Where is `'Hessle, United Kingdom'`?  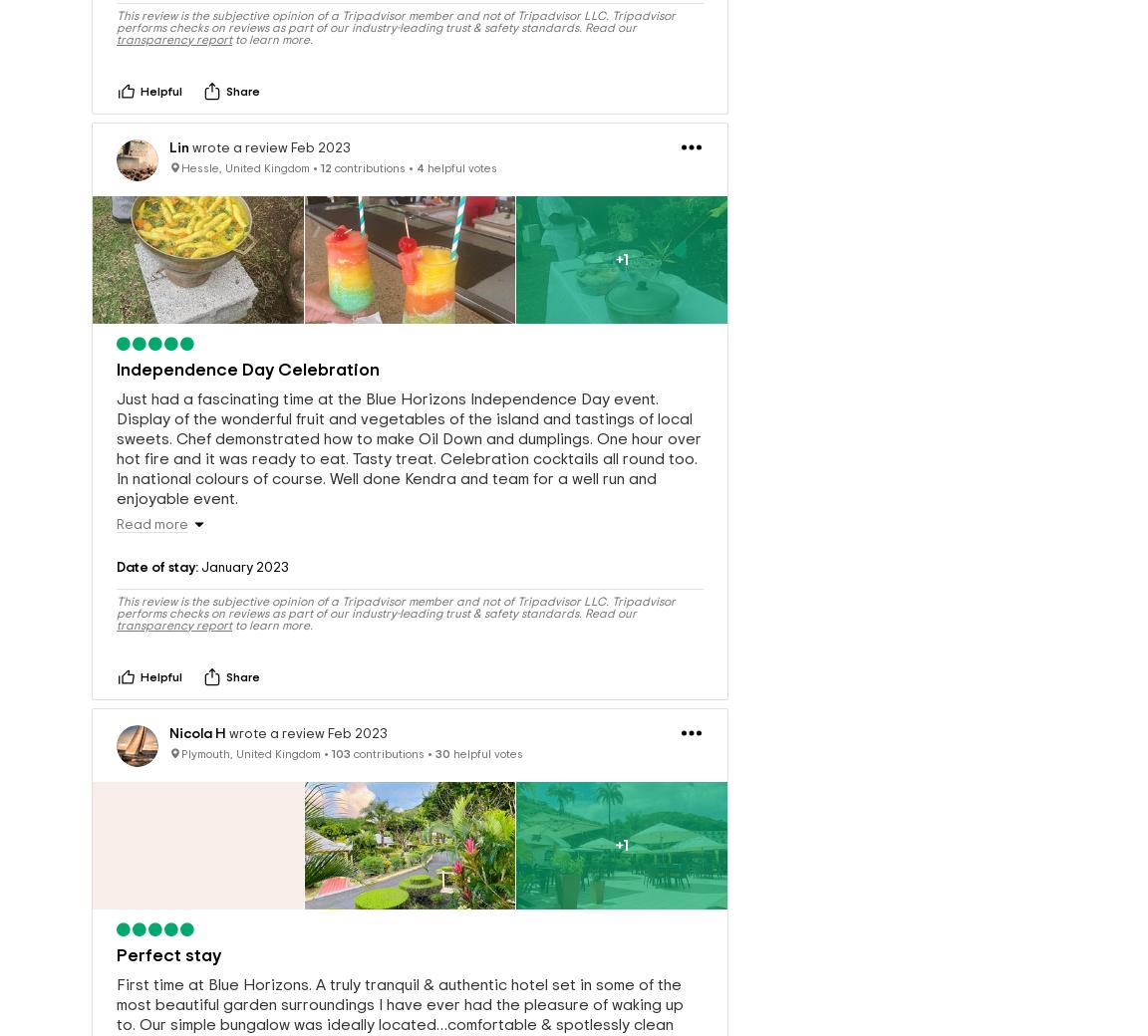
'Hessle, United Kingdom' is located at coordinates (245, 172).